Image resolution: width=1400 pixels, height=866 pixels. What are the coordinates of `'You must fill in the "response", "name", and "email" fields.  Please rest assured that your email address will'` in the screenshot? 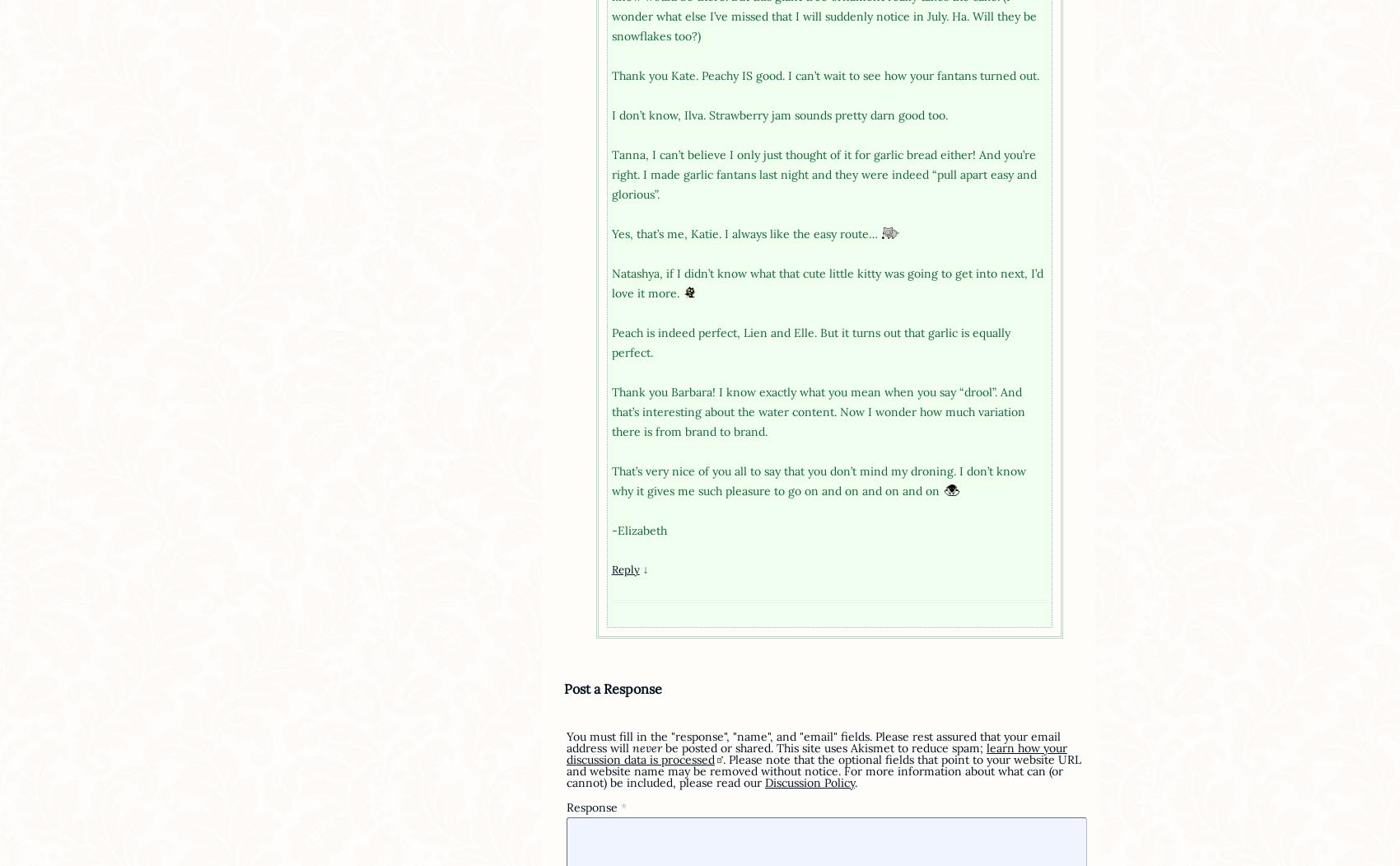 It's located at (812, 742).